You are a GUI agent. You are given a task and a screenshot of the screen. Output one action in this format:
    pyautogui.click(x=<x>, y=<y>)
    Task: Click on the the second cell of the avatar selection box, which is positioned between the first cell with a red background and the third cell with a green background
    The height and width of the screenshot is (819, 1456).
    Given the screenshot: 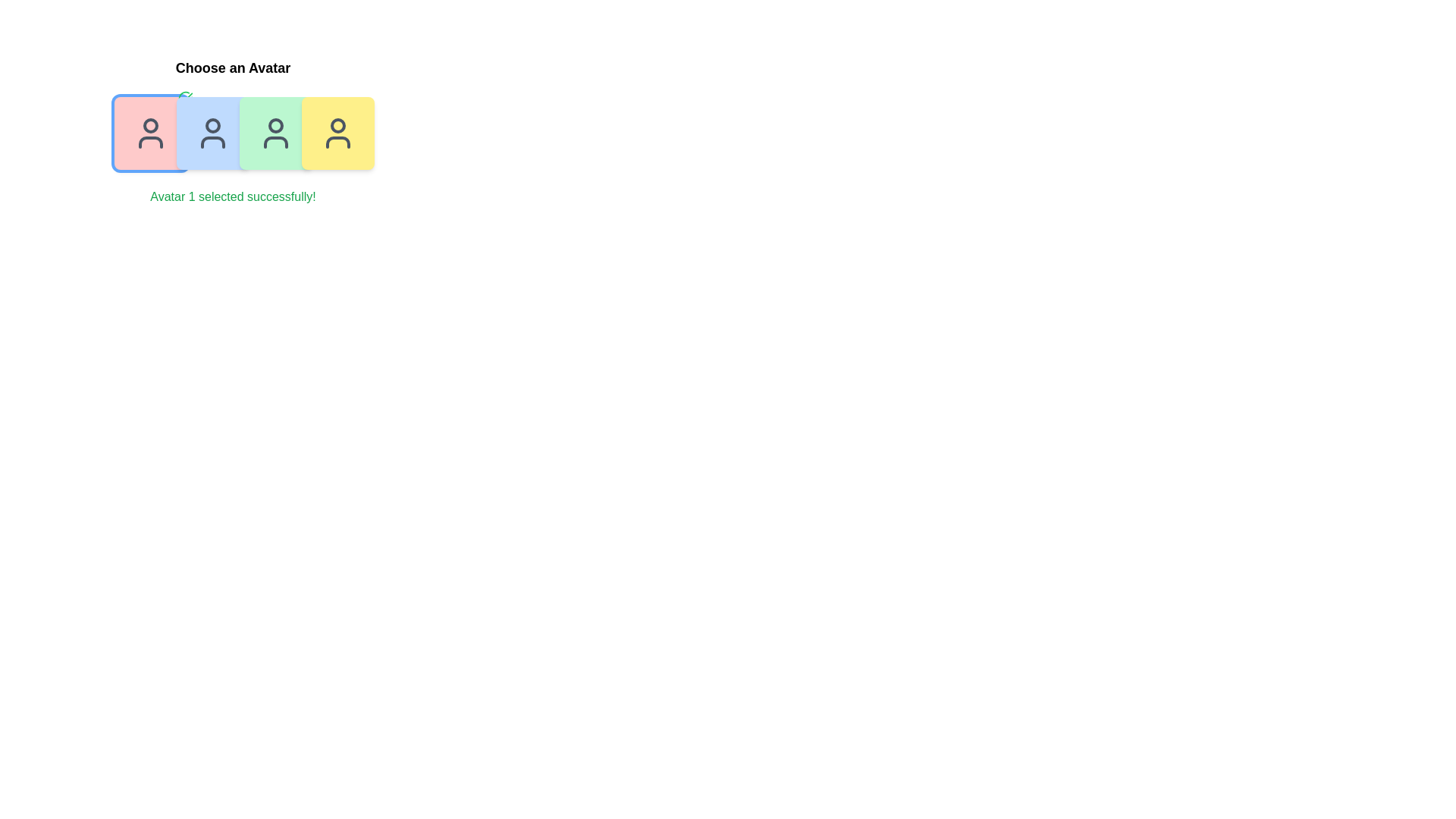 What is the action you would take?
    pyautogui.click(x=232, y=133)
    